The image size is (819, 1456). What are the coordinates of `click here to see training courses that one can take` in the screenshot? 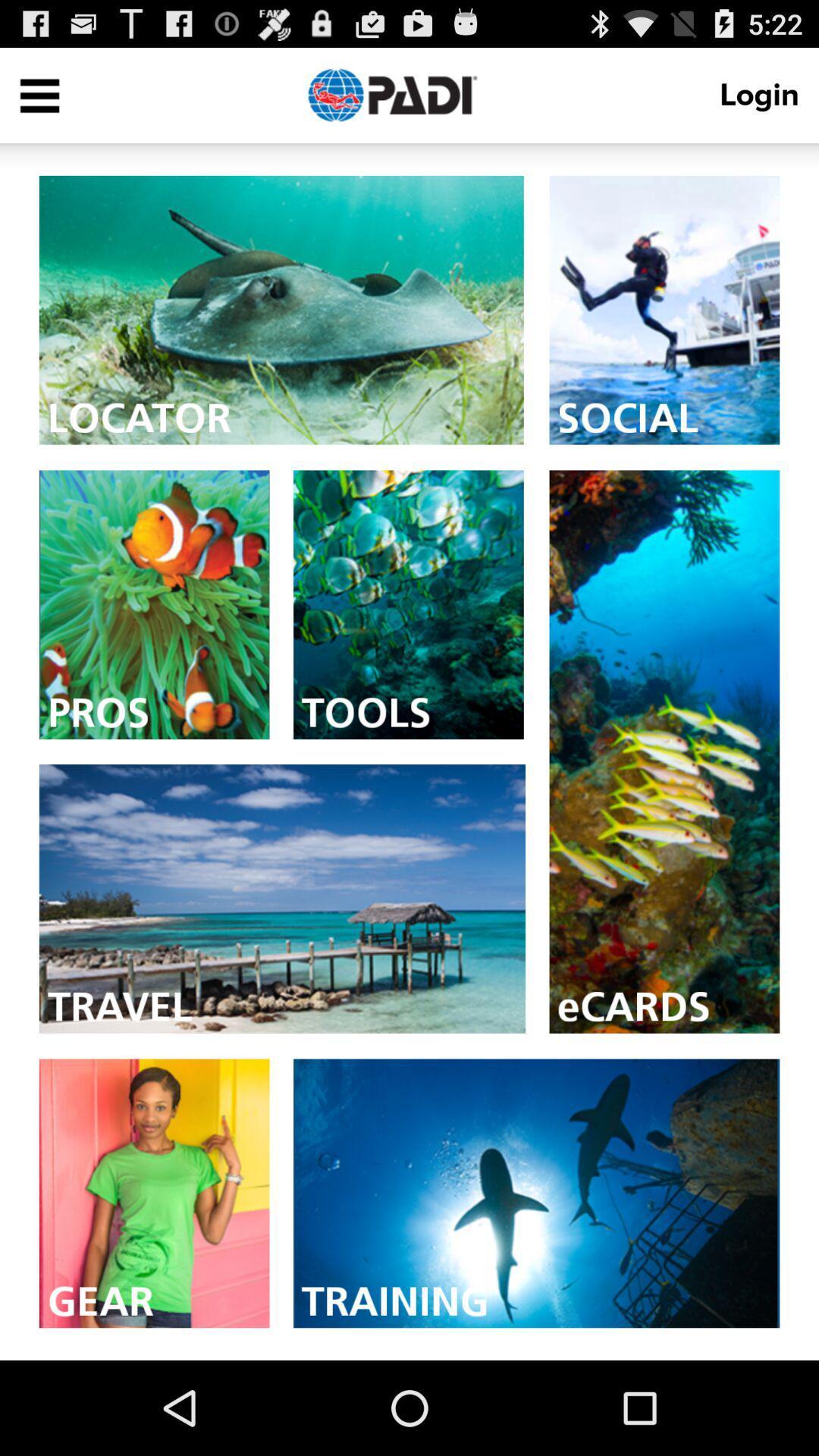 It's located at (535, 1192).